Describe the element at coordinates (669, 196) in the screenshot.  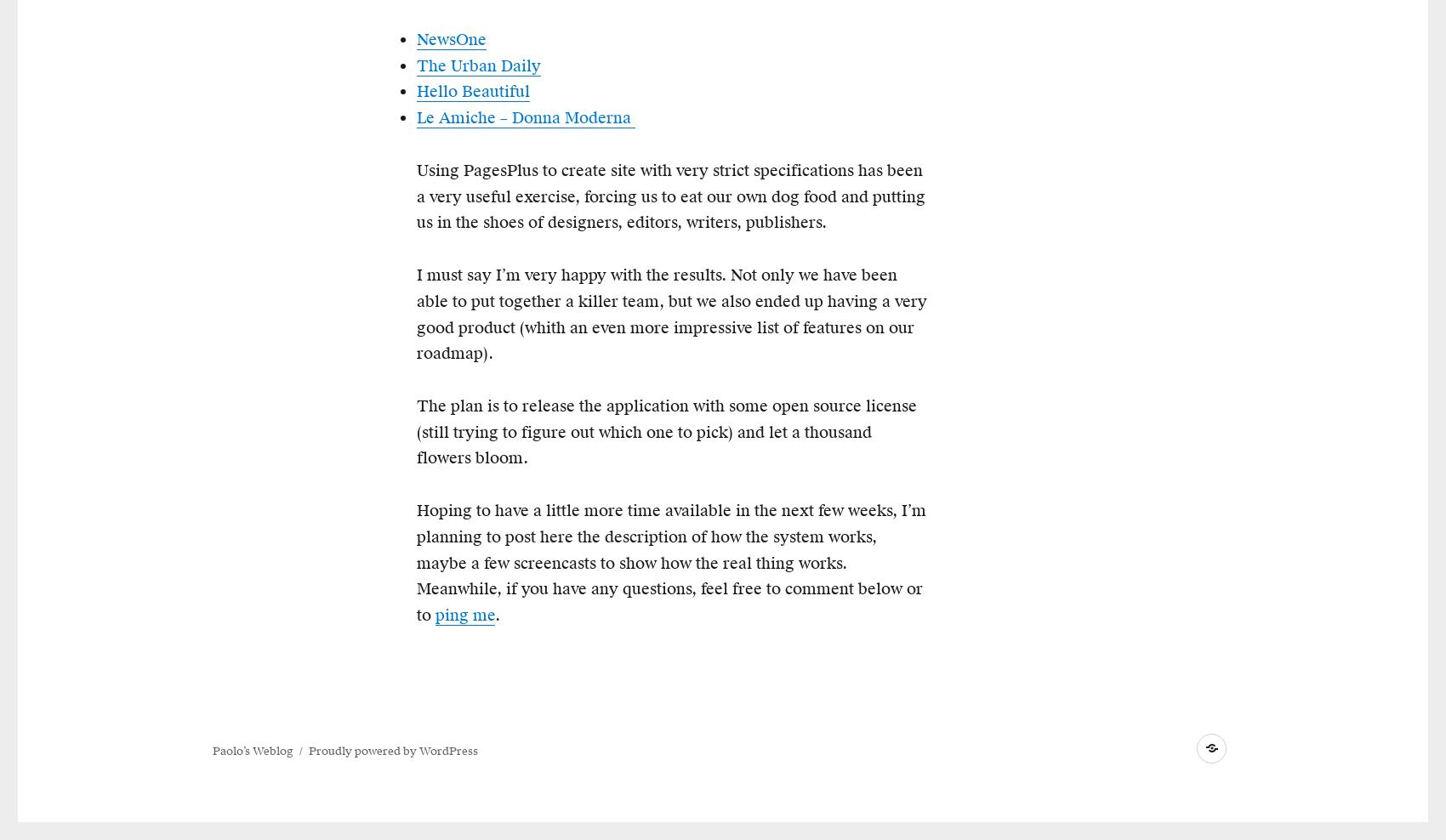
I see `'Using PagesPlus to create site with very strict specifications has been a very useful exercise, forcing us to eat our own dog food and putting us in the shoes of designers, editors, writers, publishers.'` at that location.